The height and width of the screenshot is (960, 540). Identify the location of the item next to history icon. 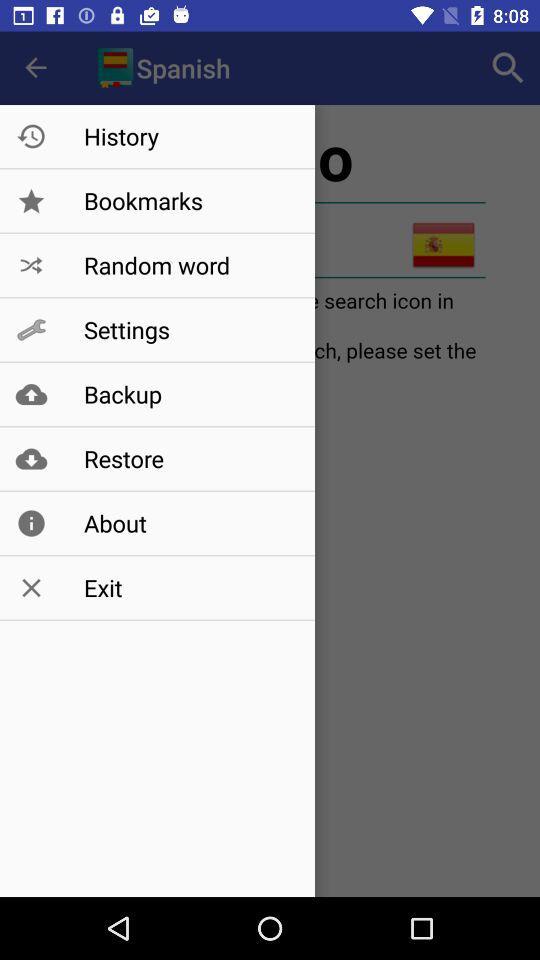
(508, 68).